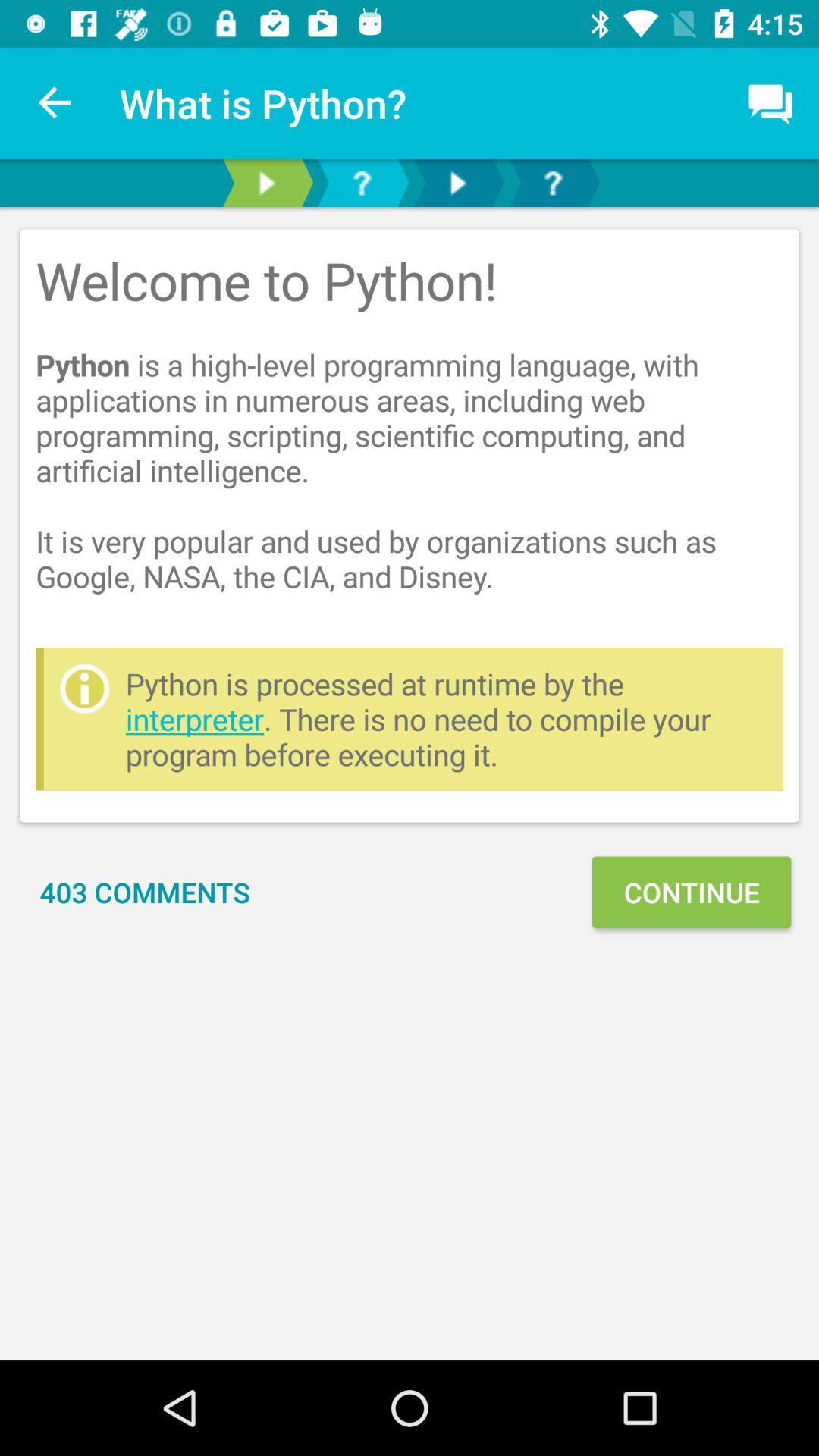  Describe the element at coordinates (265, 182) in the screenshot. I see `show information` at that location.